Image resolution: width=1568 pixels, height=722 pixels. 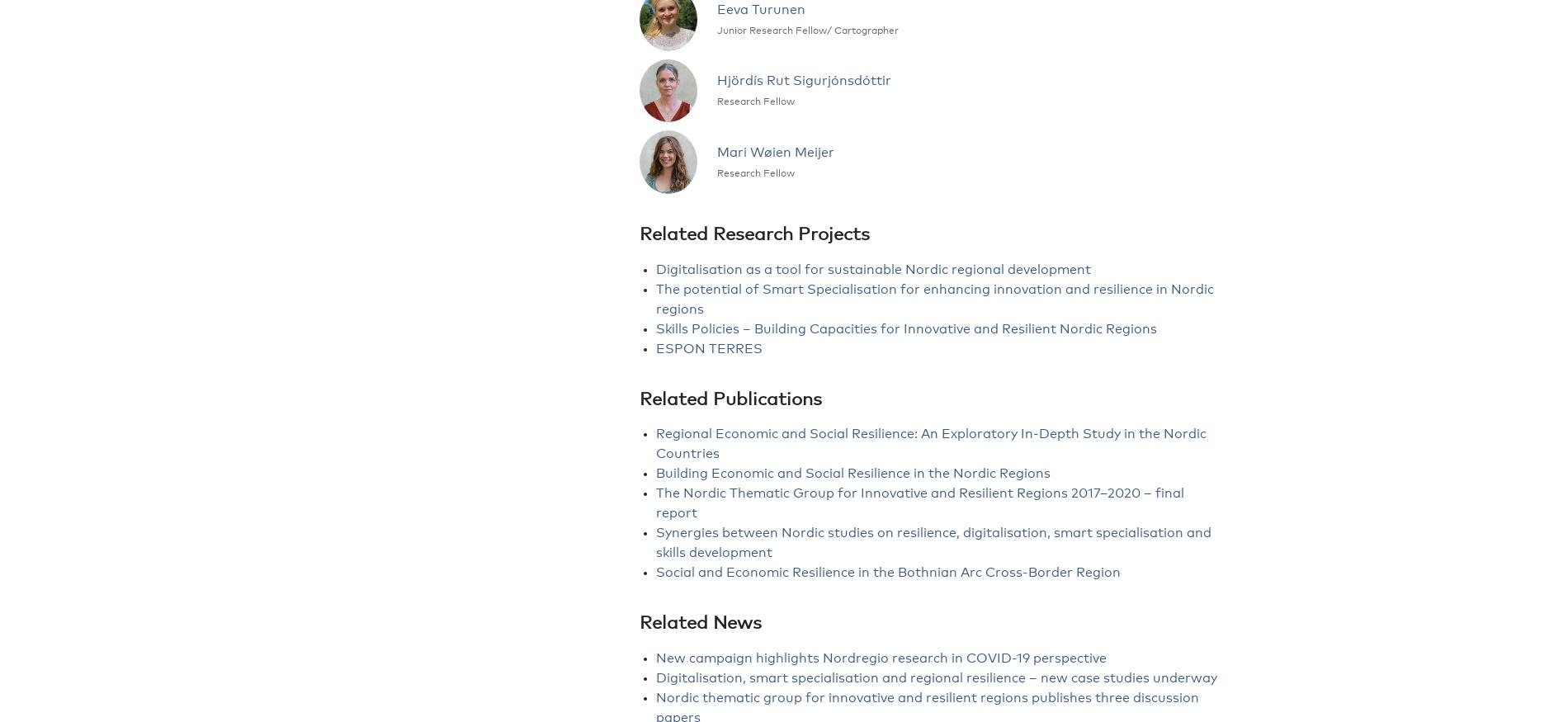 I want to click on 'Digitalisation, smart specialisation and regional resilience – new case studies underway', so click(x=654, y=677).